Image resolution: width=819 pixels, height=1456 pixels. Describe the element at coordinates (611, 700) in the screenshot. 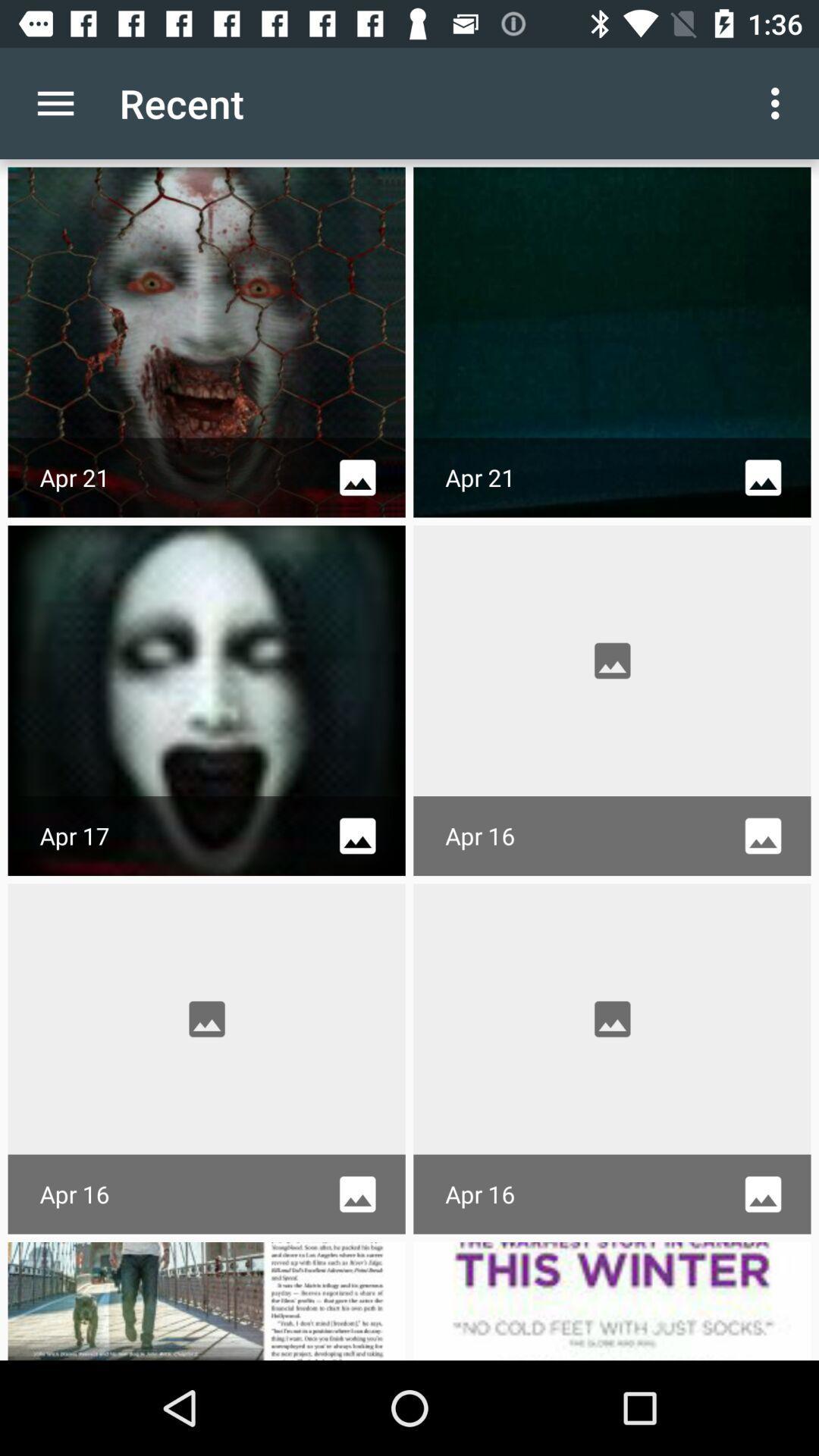

I see `second row second frame` at that location.